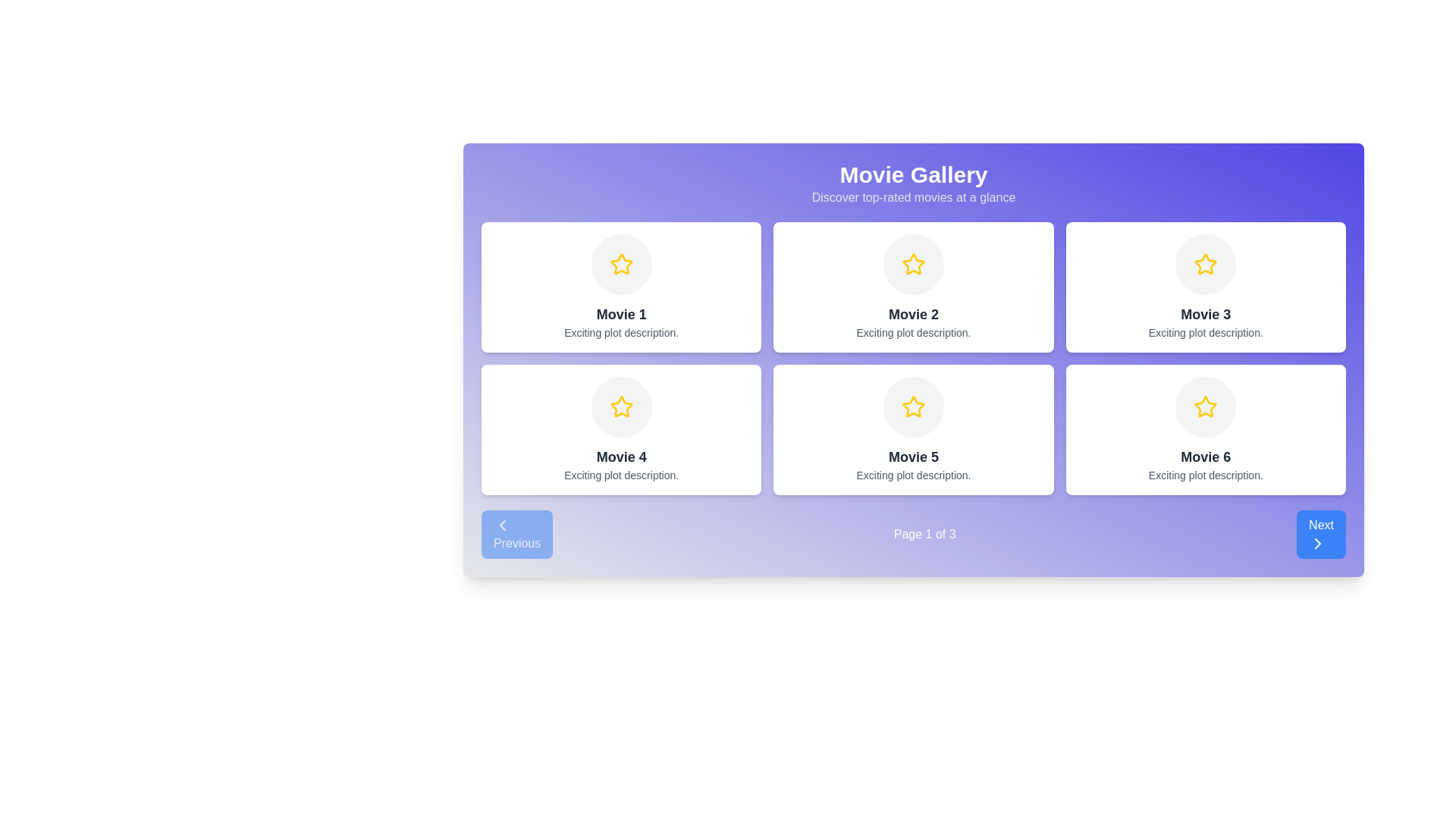  I want to click on the text label displaying 'Exciting plot description.' in a small, gray-colored font located beneath the title 'Movie 6' in the sixth card of the grid, so click(1205, 475).